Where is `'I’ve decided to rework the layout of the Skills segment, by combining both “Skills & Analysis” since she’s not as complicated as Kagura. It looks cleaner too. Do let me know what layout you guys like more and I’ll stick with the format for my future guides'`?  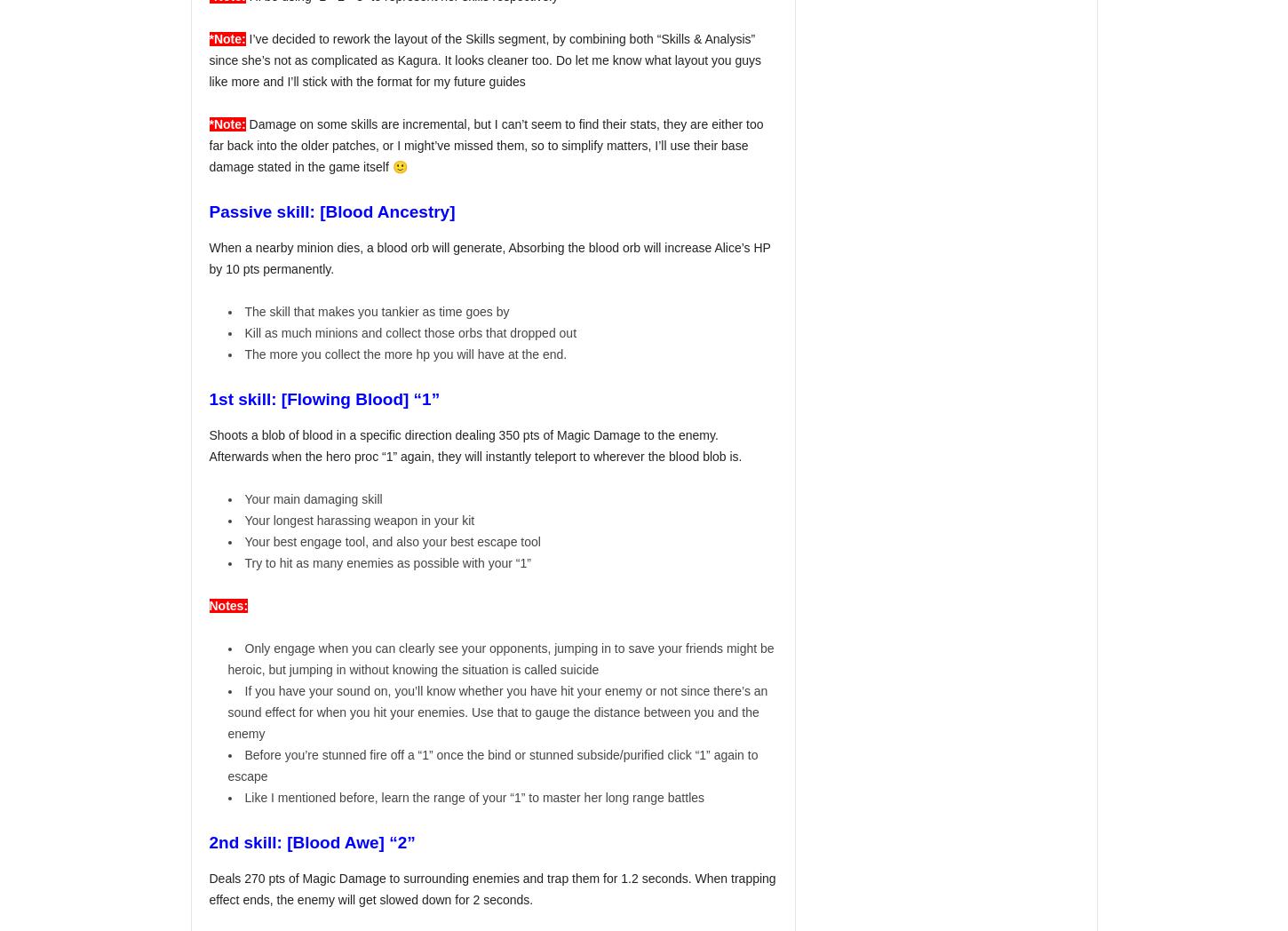 'I’ve decided to rework the layout of the Skills segment, by combining both “Skills & Analysis” since she’s not as complicated as Kagura. It looks cleaner too. Do let me know what layout you guys like more and I’ll stick with the format for my future guides' is located at coordinates (485, 60).